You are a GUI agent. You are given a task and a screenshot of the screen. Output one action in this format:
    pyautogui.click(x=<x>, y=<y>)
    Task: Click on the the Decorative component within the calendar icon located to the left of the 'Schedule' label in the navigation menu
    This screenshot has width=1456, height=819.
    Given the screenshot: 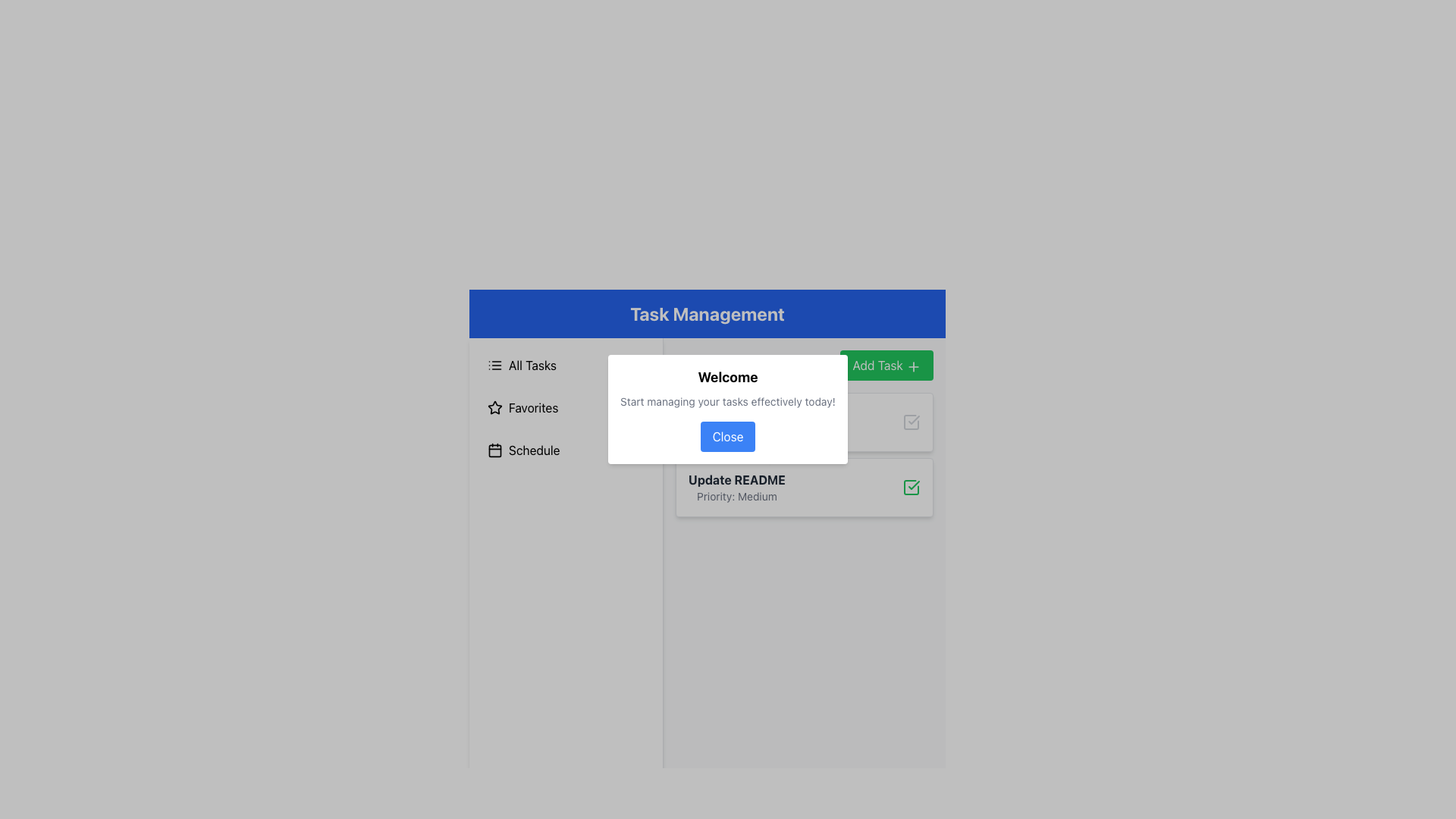 What is the action you would take?
    pyautogui.click(x=494, y=450)
    